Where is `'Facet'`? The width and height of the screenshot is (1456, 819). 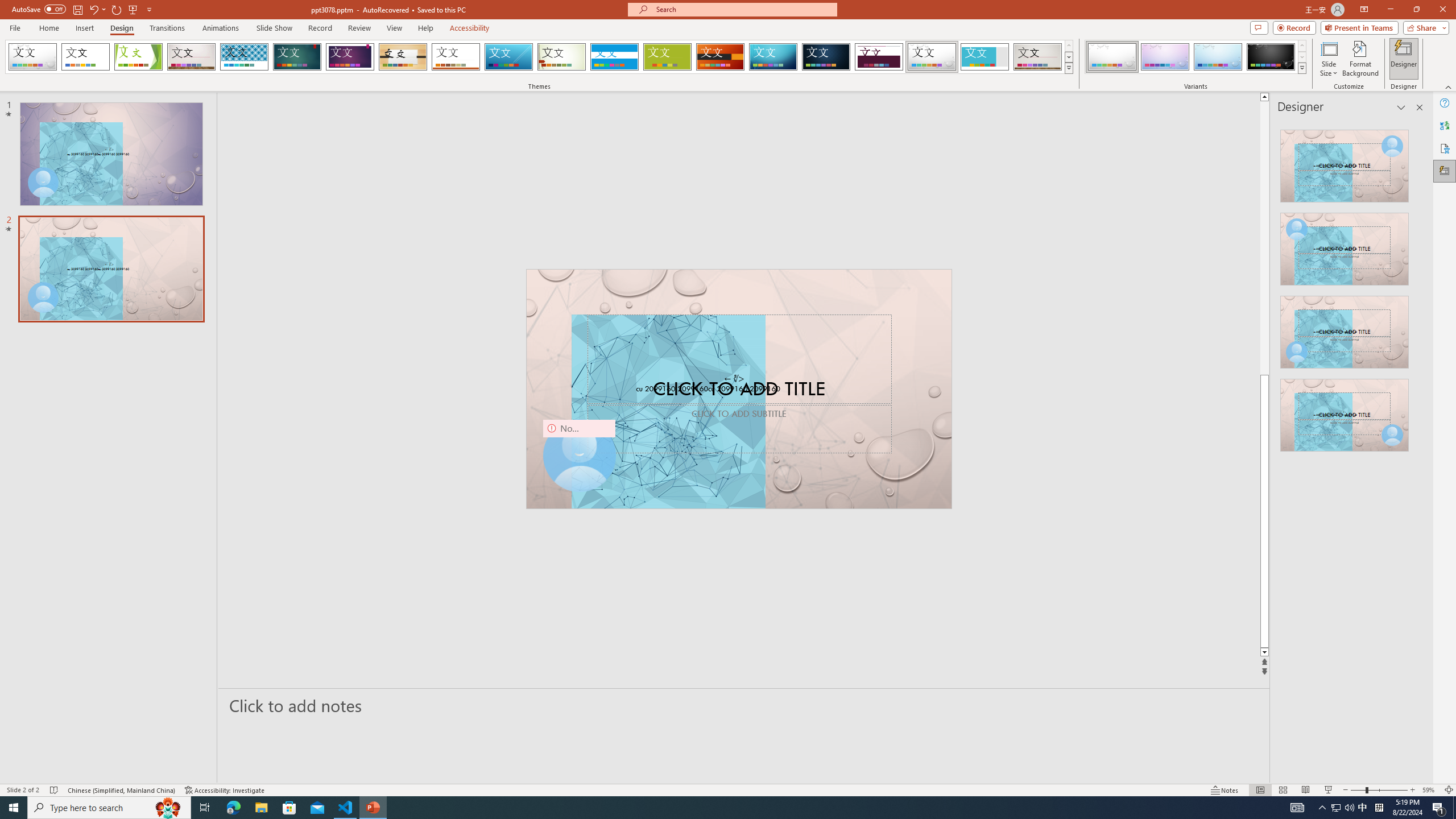
'Facet' is located at coordinates (138, 56).